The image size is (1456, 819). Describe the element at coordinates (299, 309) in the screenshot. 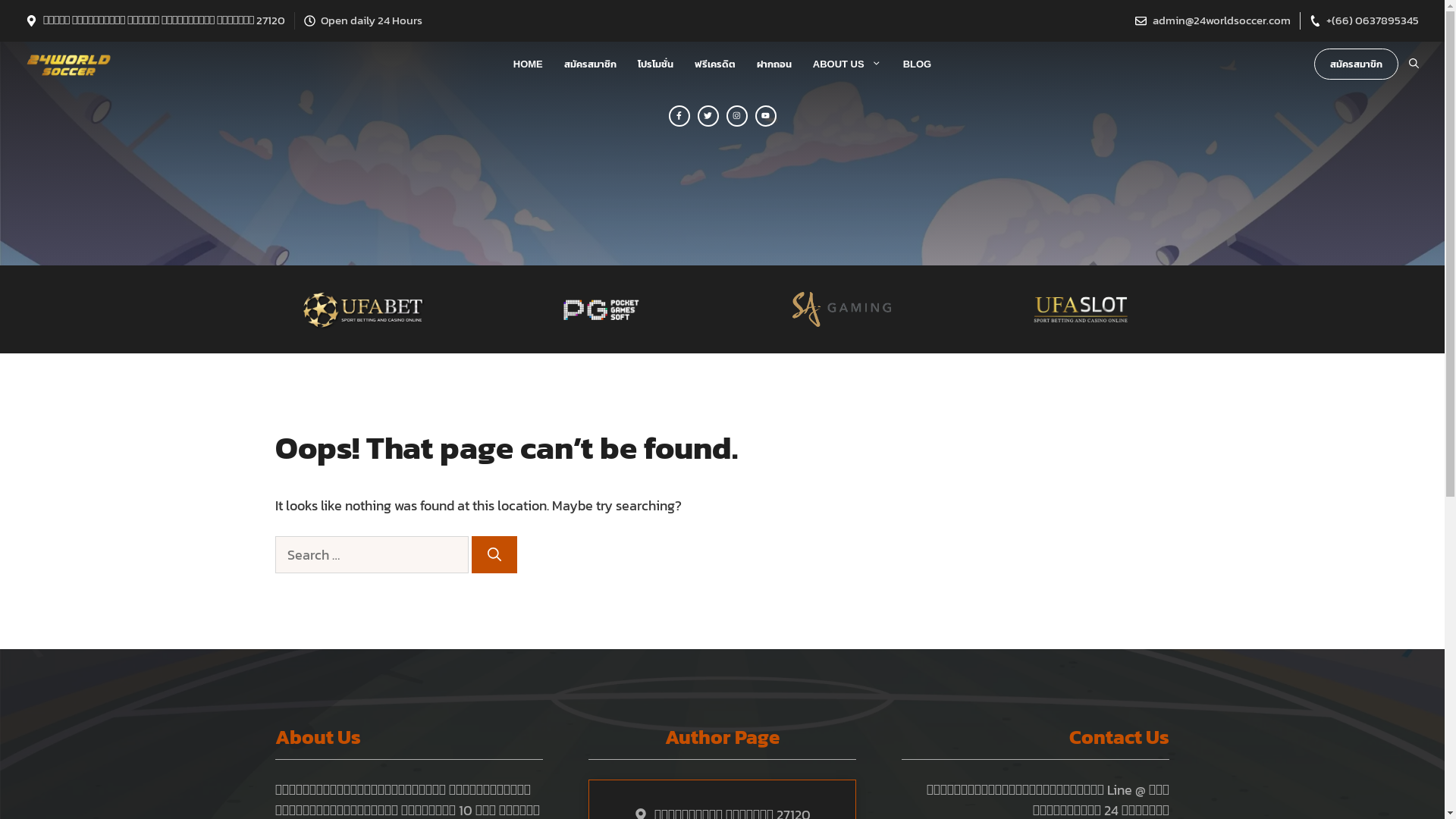

I see `'logoagufa-768x250'` at that location.